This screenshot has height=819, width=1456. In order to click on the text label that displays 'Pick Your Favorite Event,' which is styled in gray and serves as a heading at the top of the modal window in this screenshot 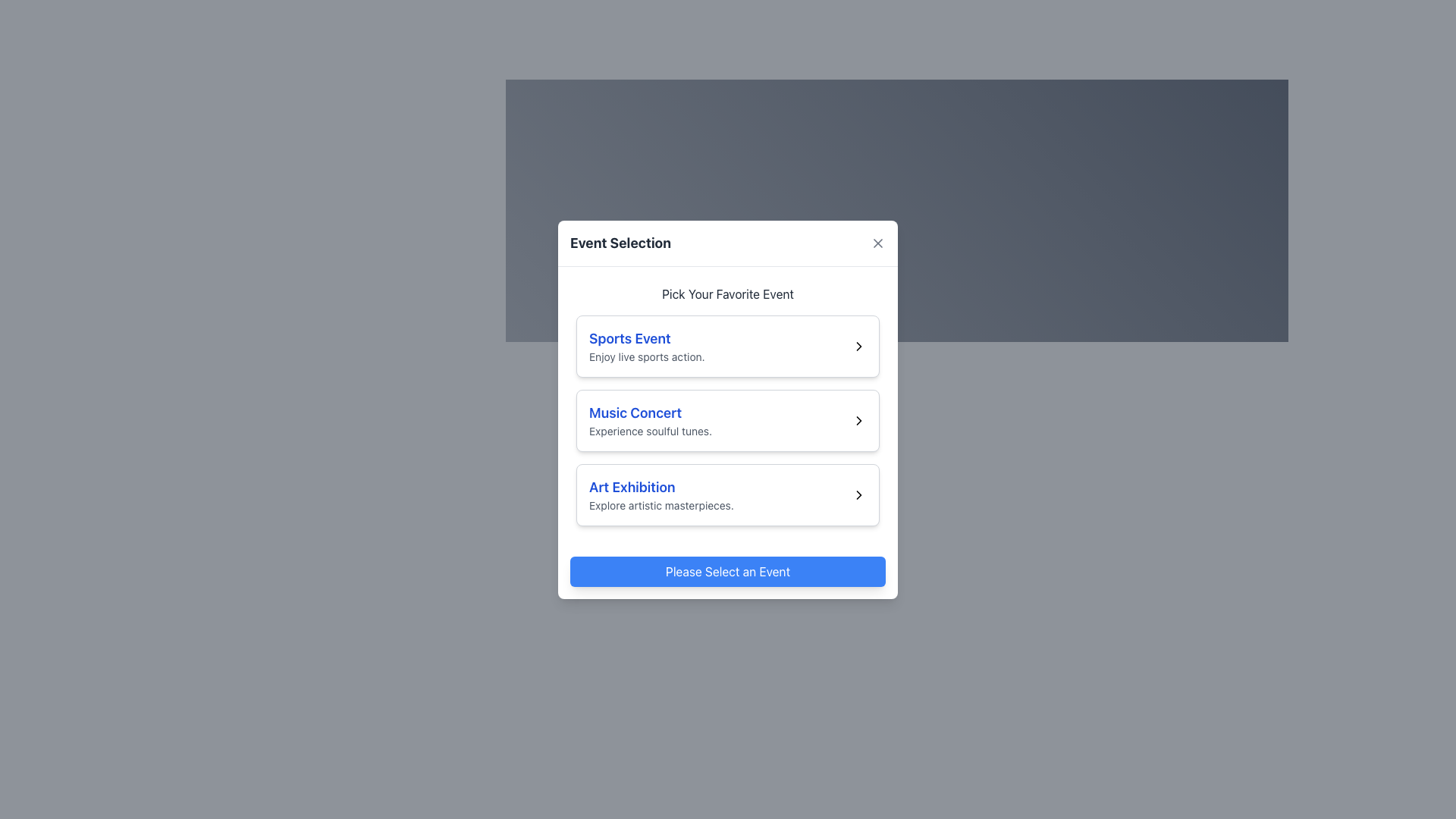, I will do `click(728, 293)`.